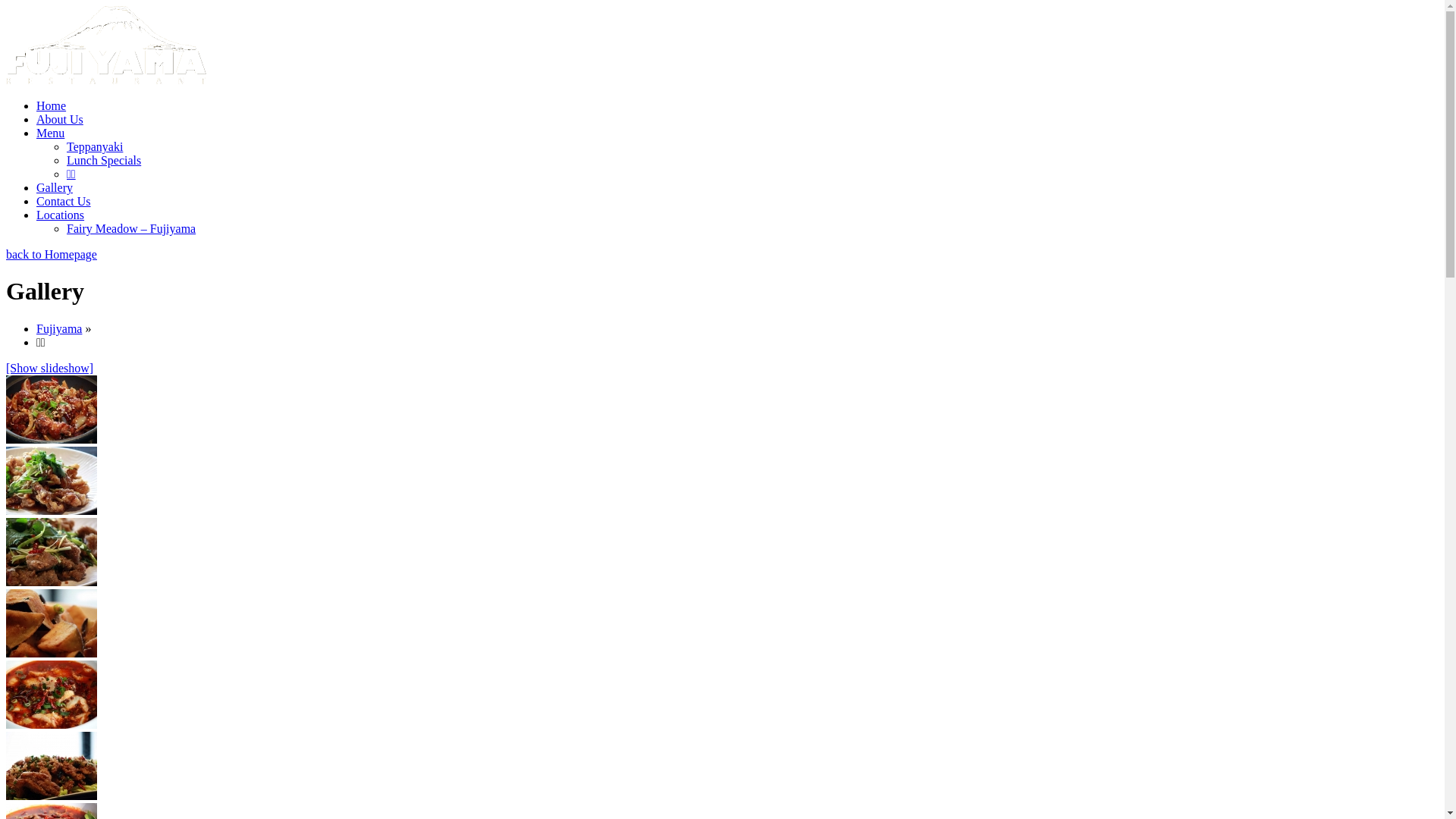 The image size is (1456, 819). What do you see at coordinates (51, 694) in the screenshot?
I see `'Fish-Hot-Pot-with-Pickles'` at bounding box center [51, 694].